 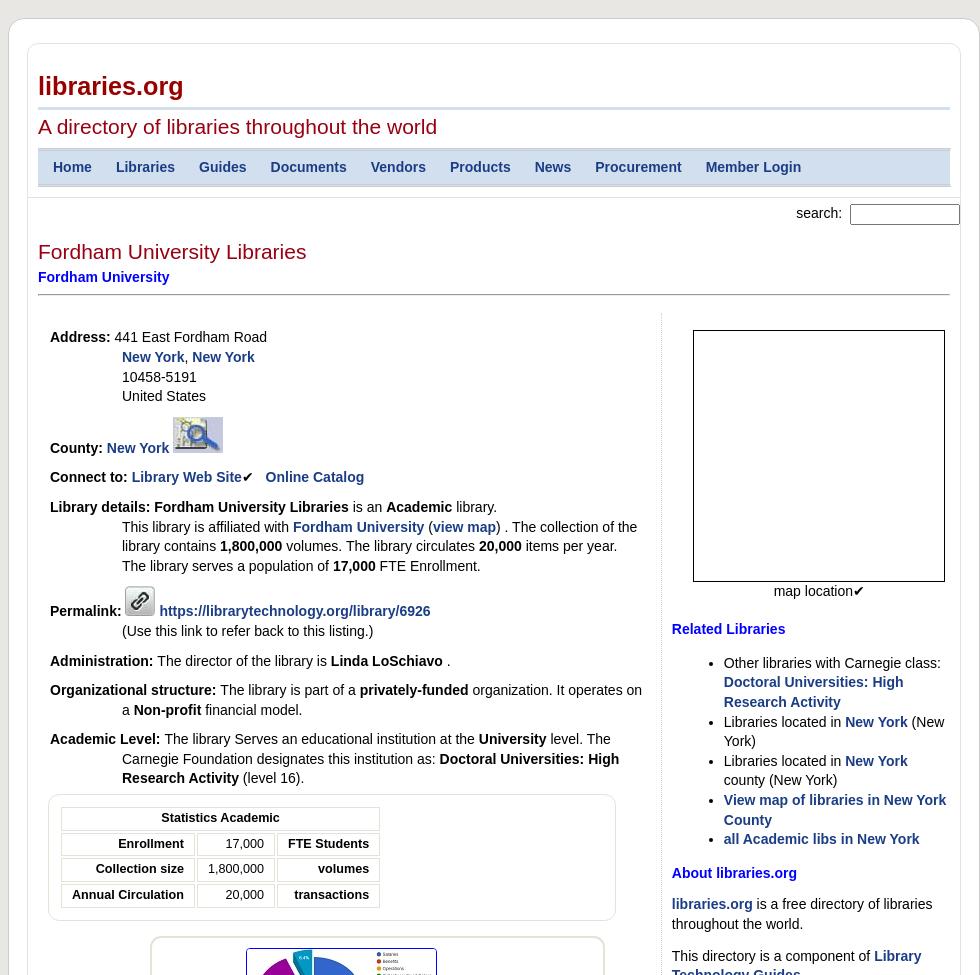 What do you see at coordinates (795, 211) in the screenshot?
I see `'search:'` at bounding box center [795, 211].